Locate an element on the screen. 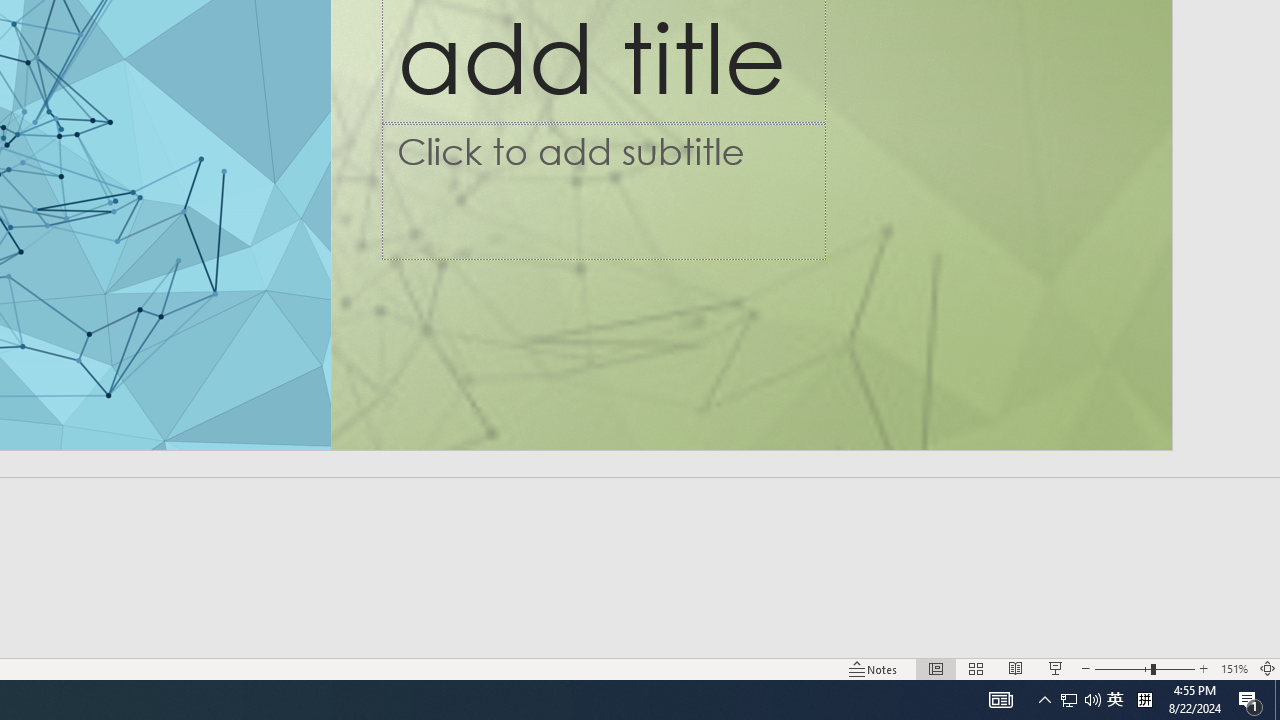 This screenshot has width=1280, height=720. 'Zoom 151%' is located at coordinates (1233, 669).